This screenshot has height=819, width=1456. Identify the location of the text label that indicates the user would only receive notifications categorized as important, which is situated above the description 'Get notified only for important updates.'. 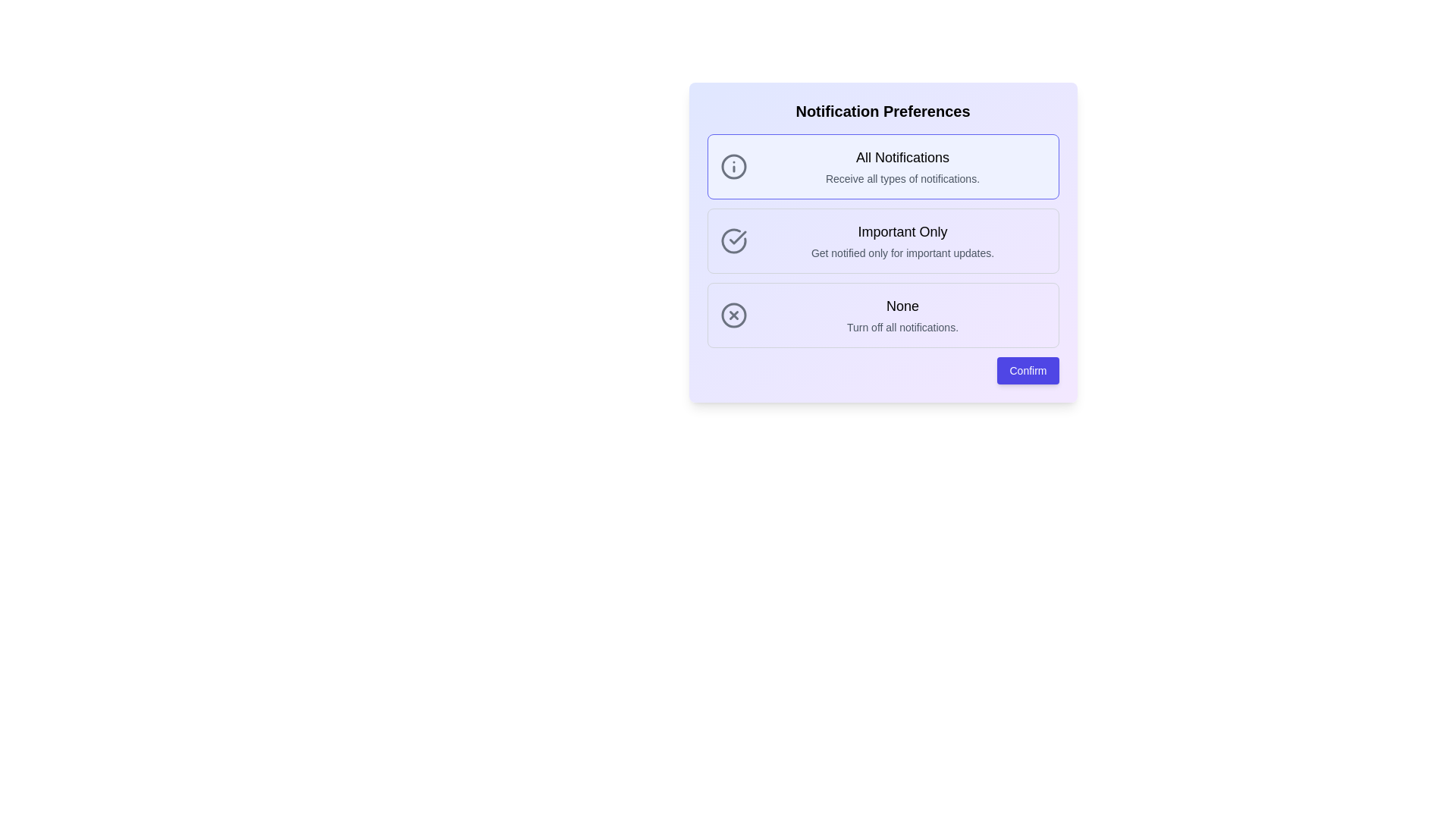
(902, 231).